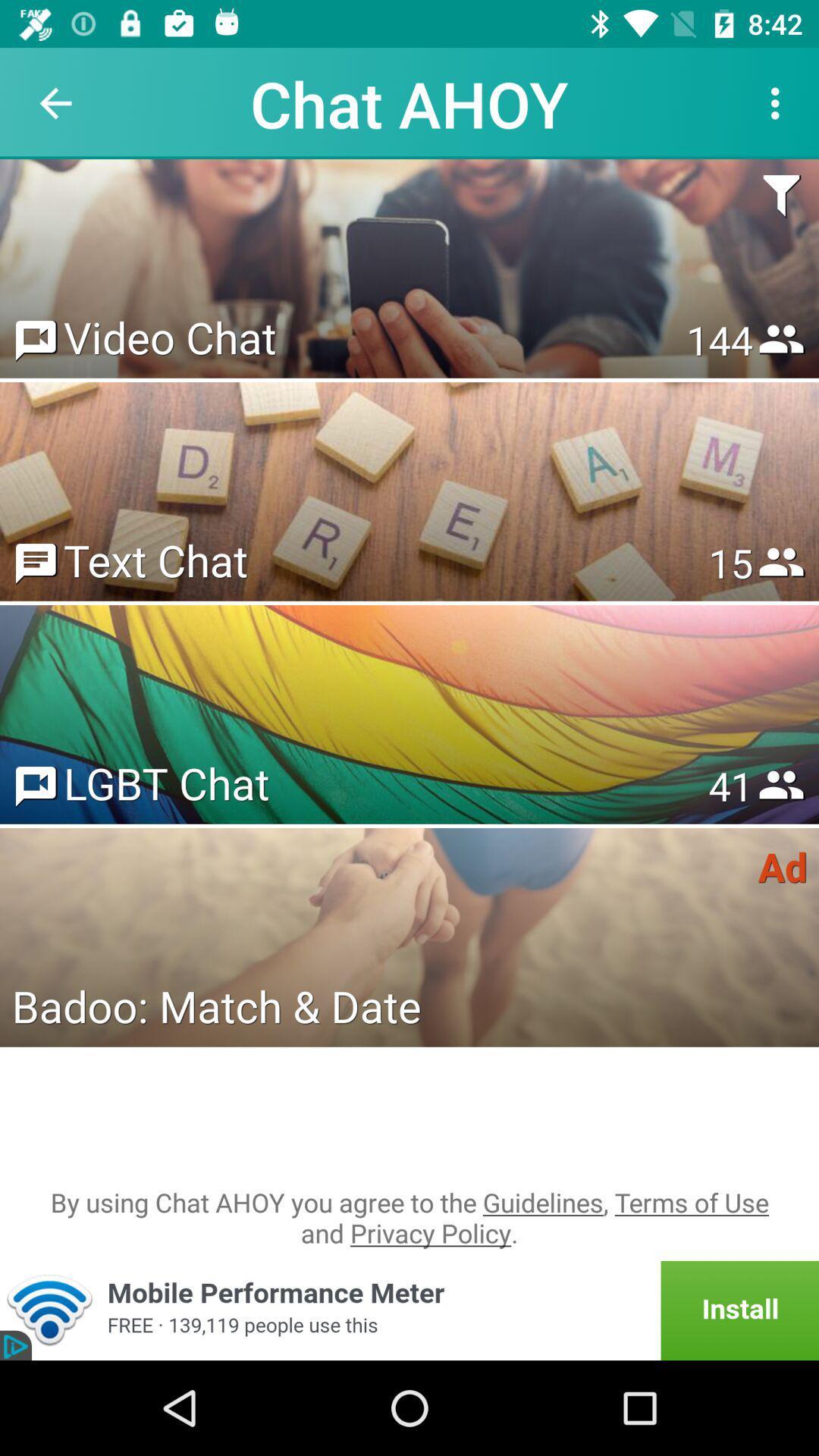  What do you see at coordinates (730, 786) in the screenshot?
I see `the item next to the lgbt chat` at bounding box center [730, 786].